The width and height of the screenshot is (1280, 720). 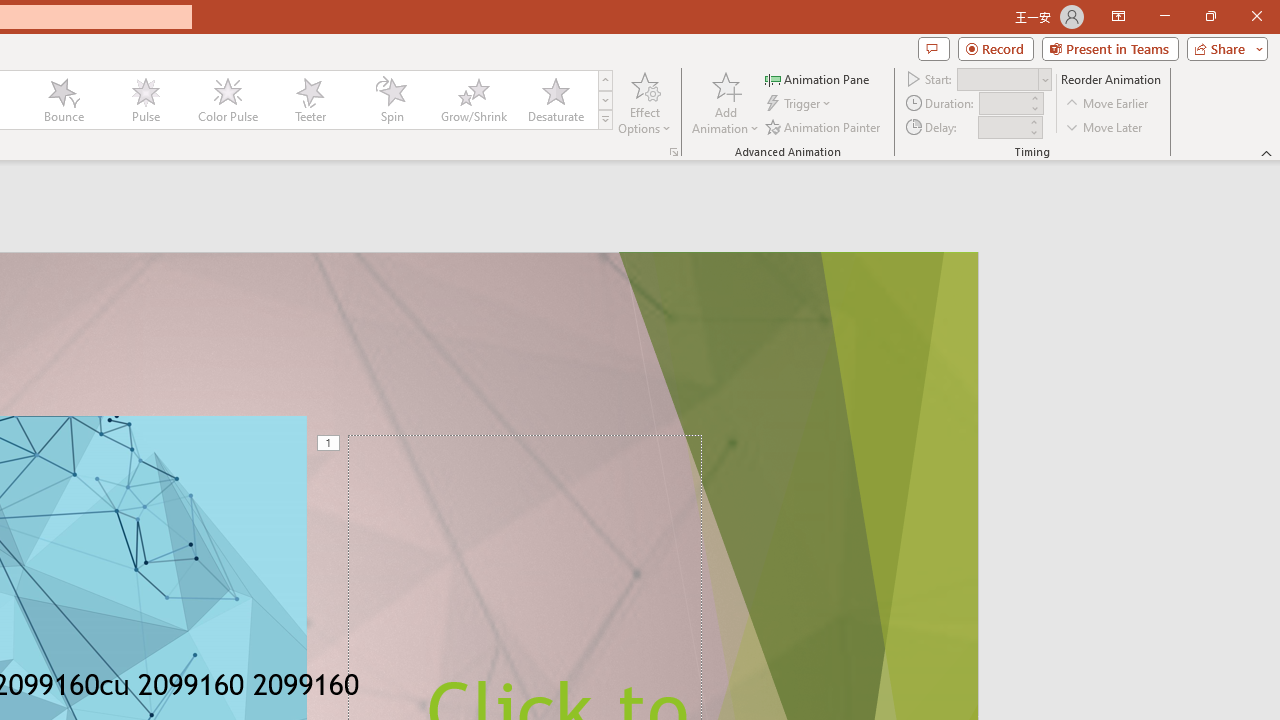 What do you see at coordinates (227, 100) in the screenshot?
I see `'Color Pulse'` at bounding box center [227, 100].